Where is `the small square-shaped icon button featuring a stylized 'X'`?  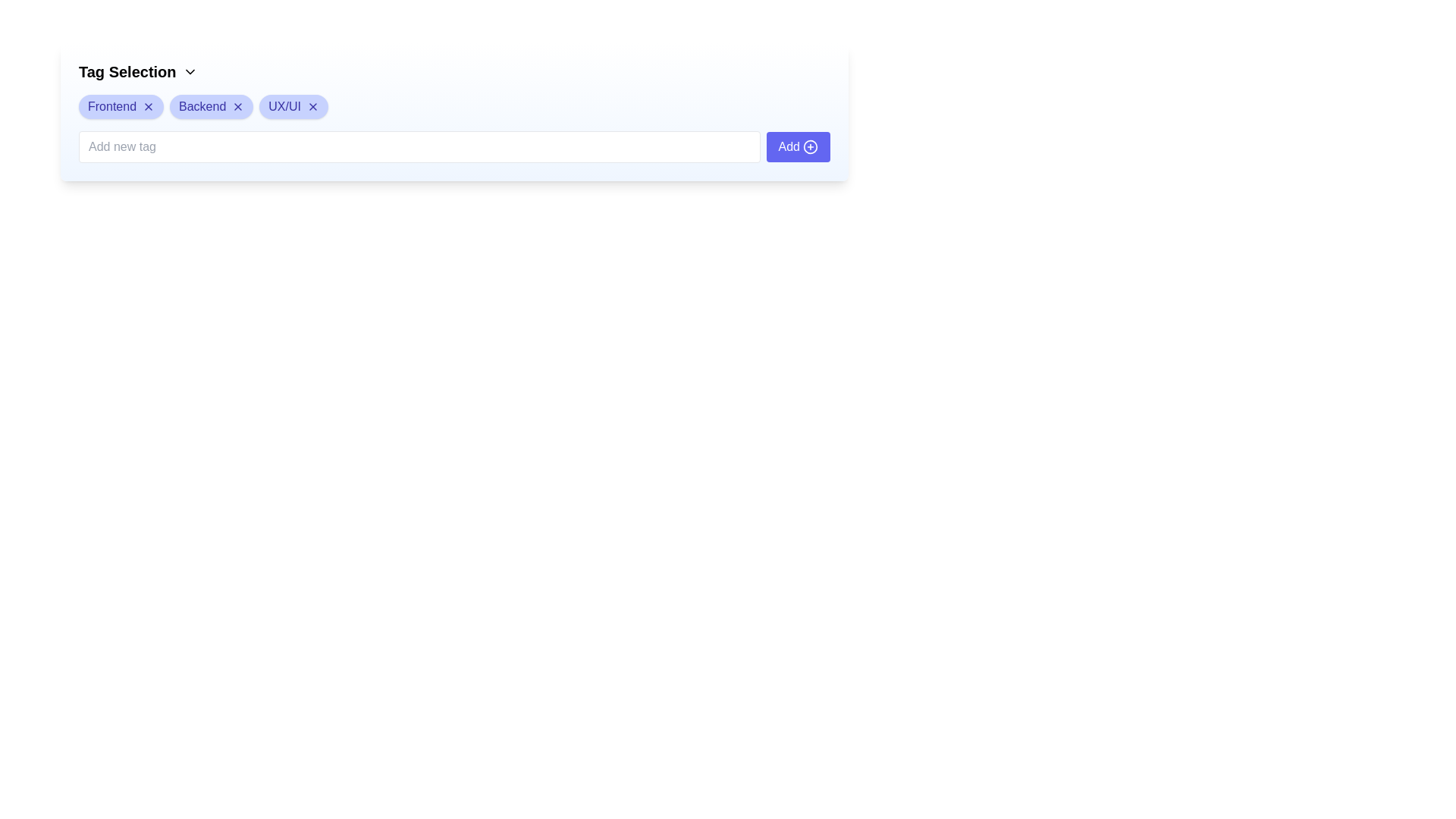 the small square-shaped icon button featuring a stylized 'X' is located at coordinates (237, 106).